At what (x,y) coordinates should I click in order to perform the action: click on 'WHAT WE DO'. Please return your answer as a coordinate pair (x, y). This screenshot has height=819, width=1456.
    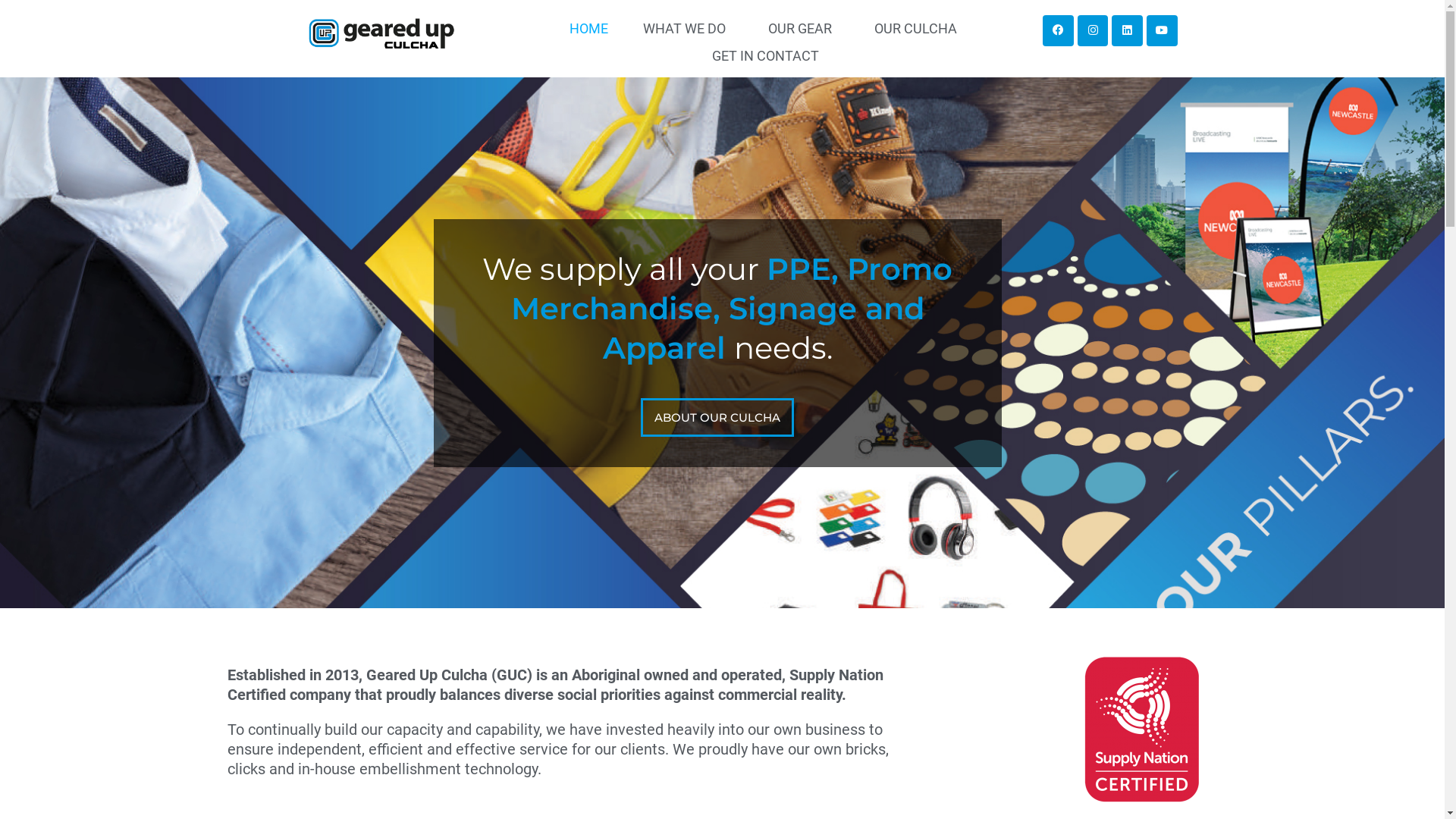
    Looking at the image, I should click on (687, 29).